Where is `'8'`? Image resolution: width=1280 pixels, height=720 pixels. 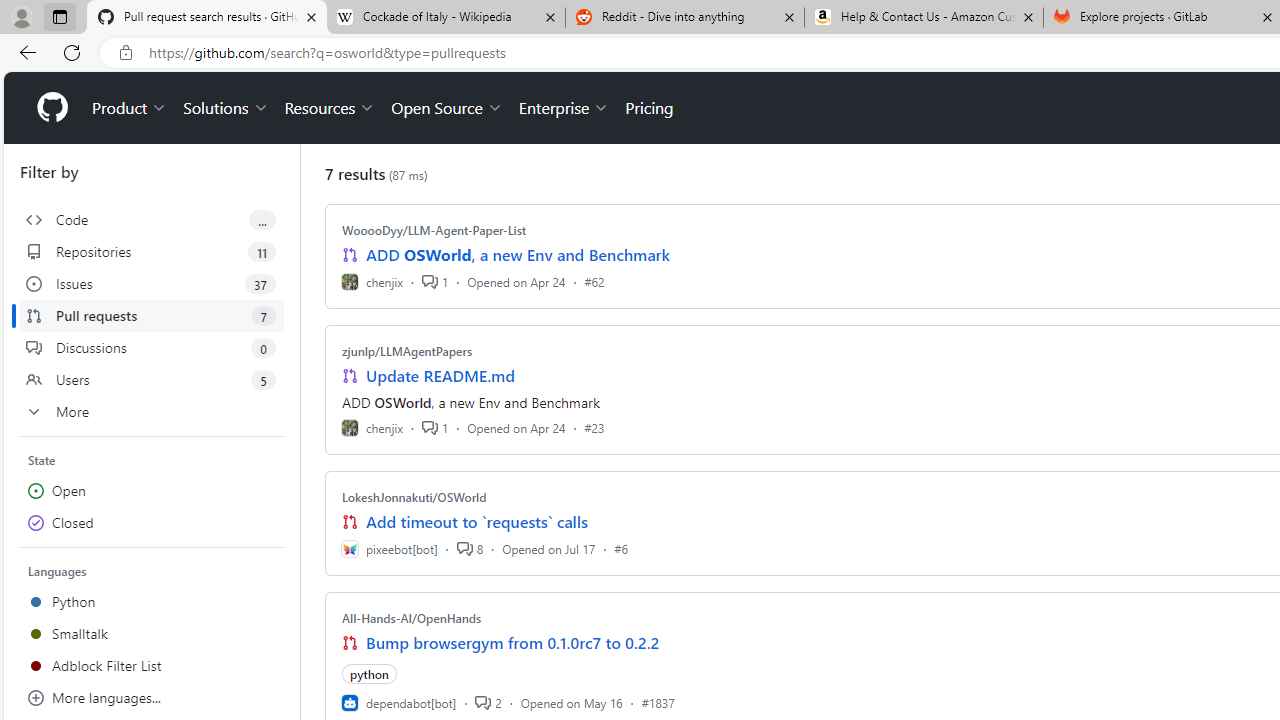 '8' is located at coordinates (468, 548).